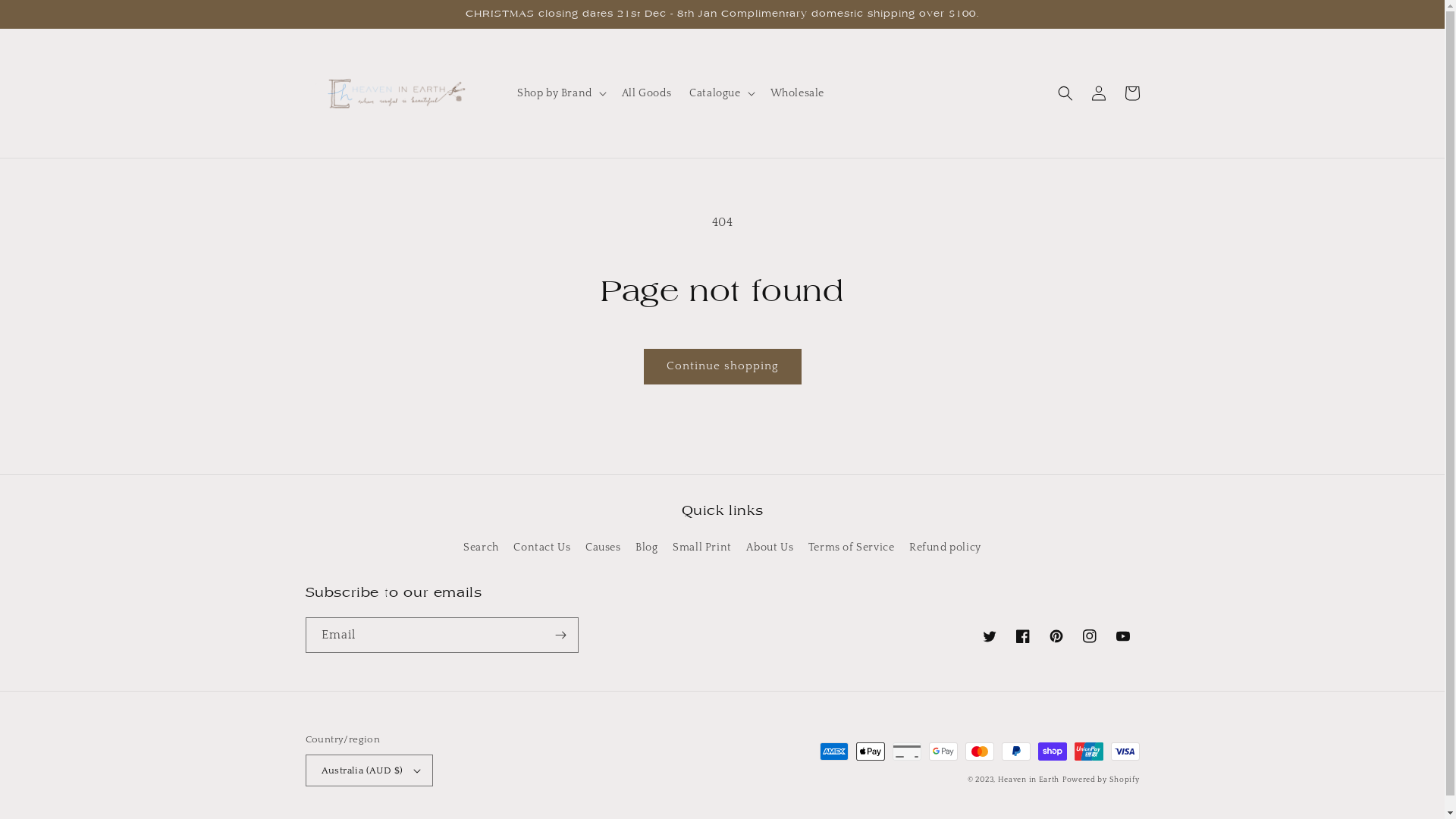 This screenshot has height=819, width=1456. I want to click on 'Search', so click(480, 550).